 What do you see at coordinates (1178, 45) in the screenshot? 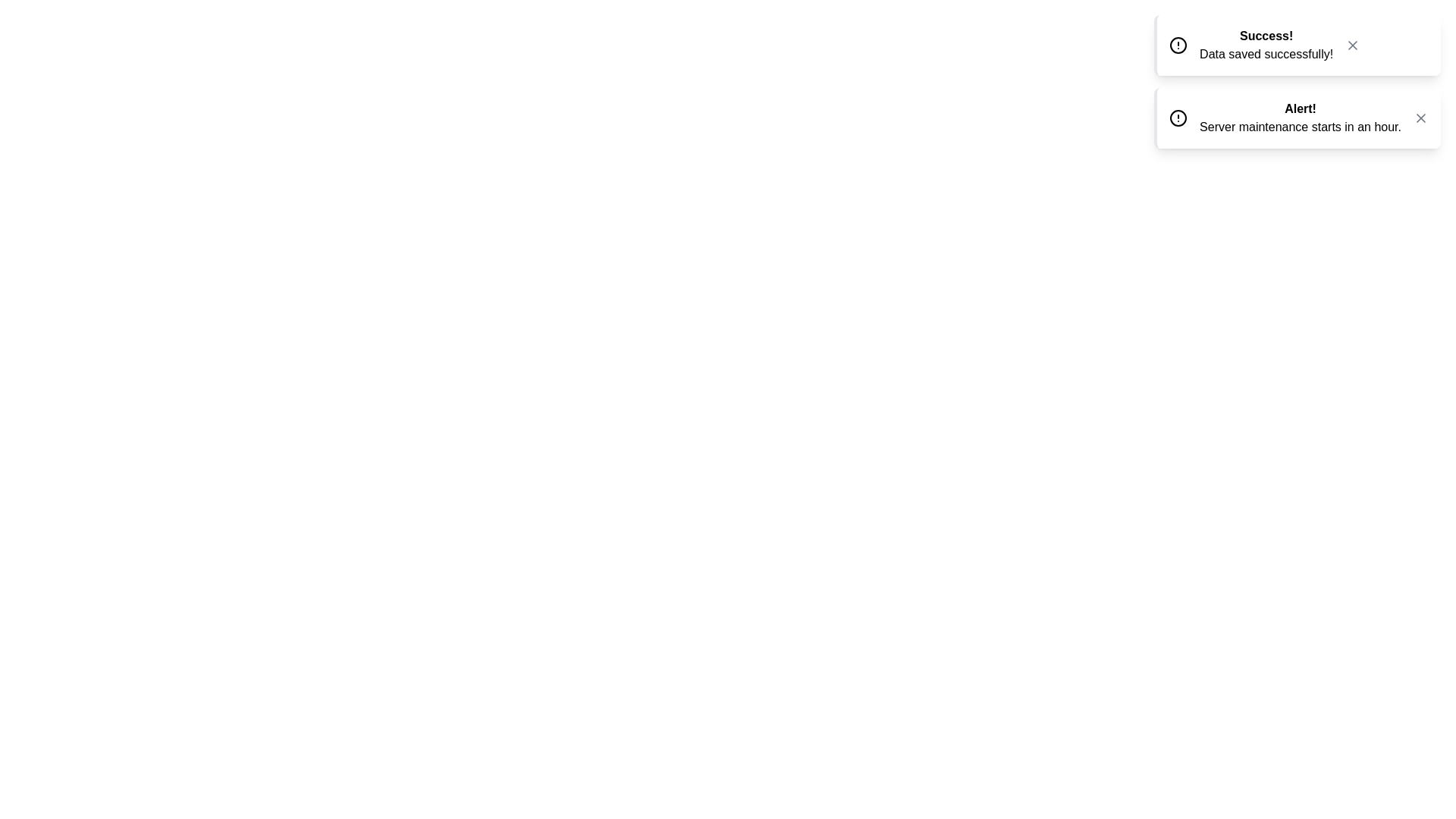
I see `the icon of the first toast notification` at bounding box center [1178, 45].